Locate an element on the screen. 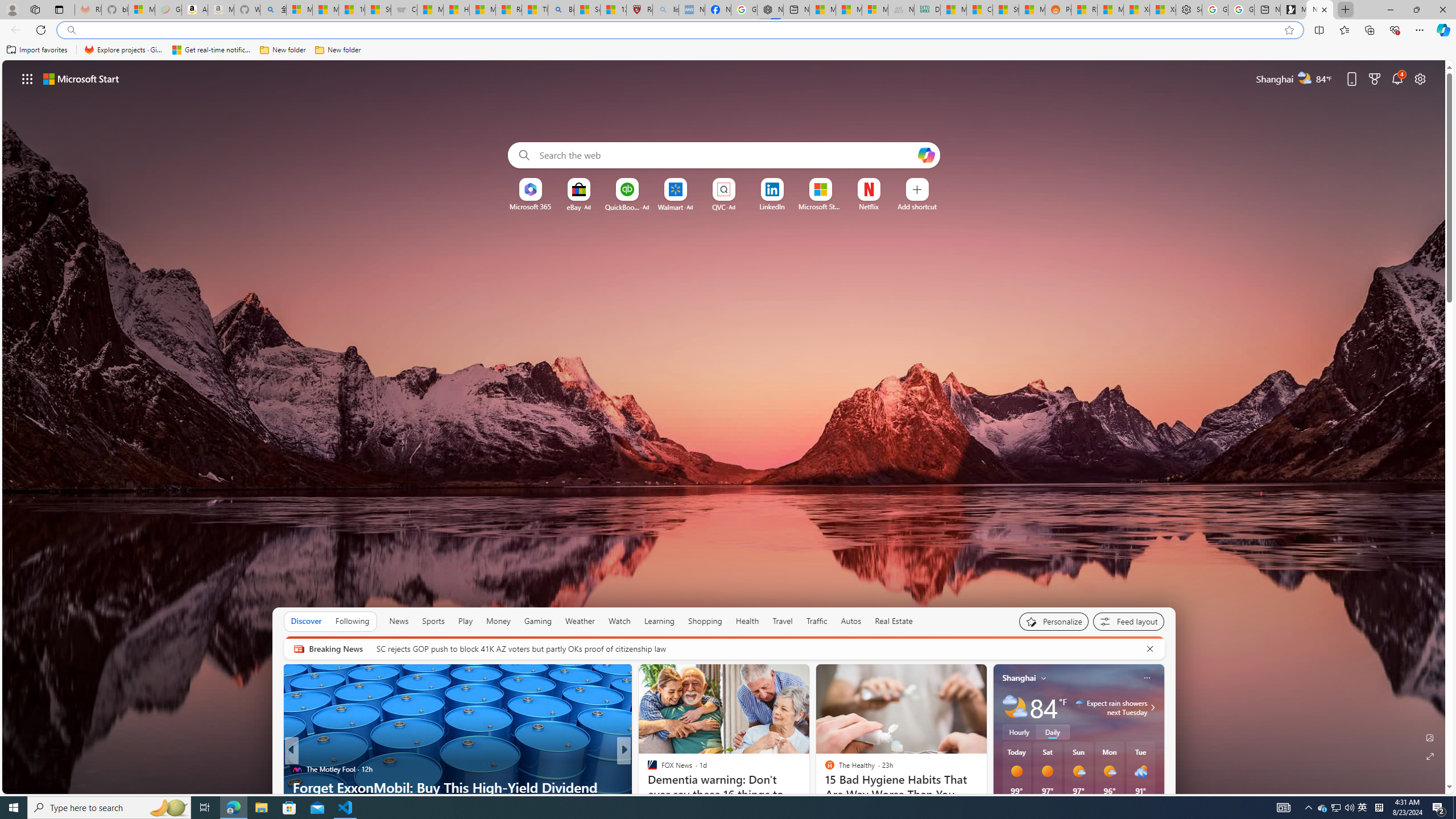 This screenshot has width=1456, height=819. 'App launcher' is located at coordinates (27, 78).